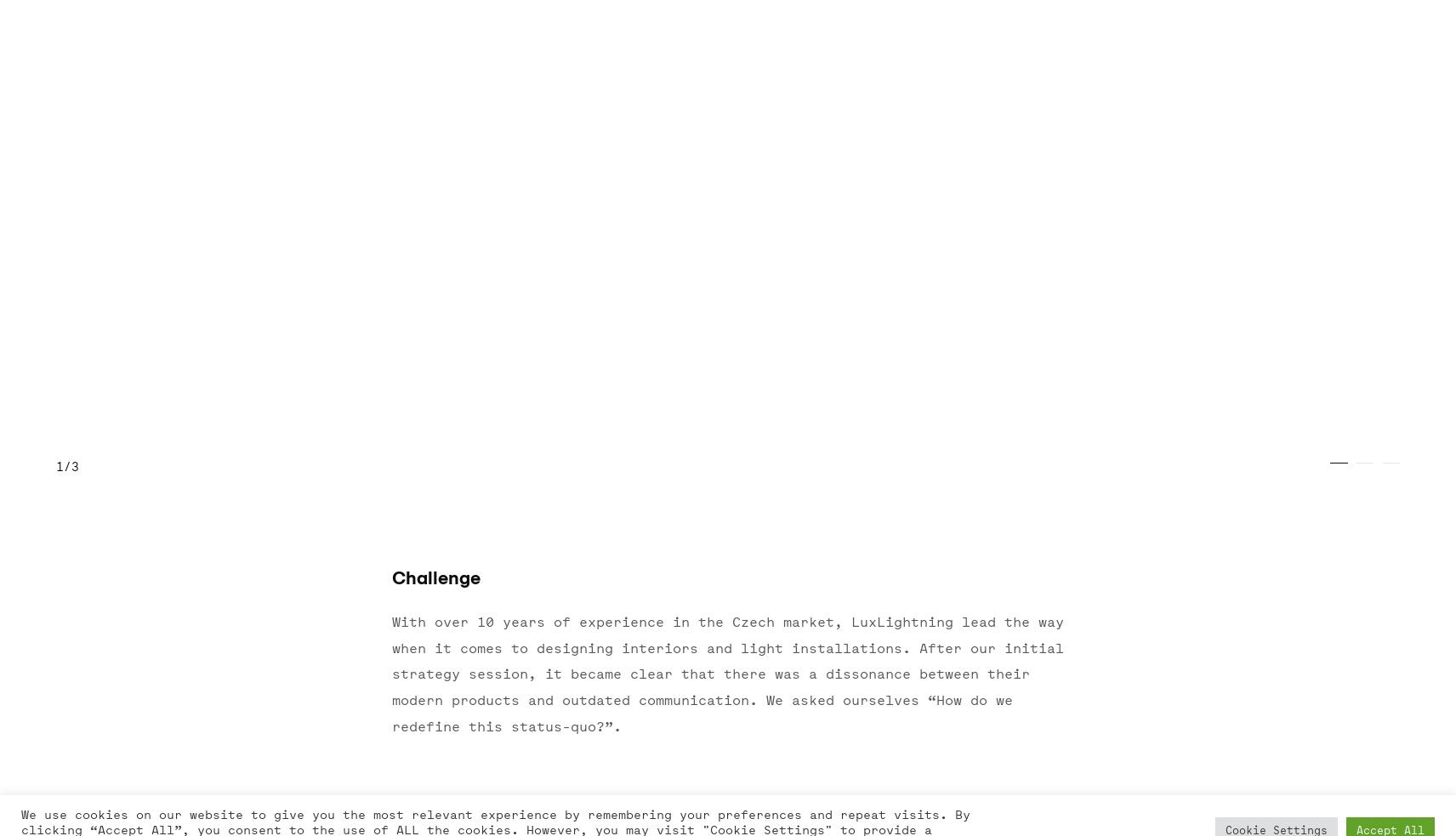 This screenshot has width=1456, height=836. Describe the element at coordinates (435, 577) in the screenshot. I see `'Challenge'` at that location.